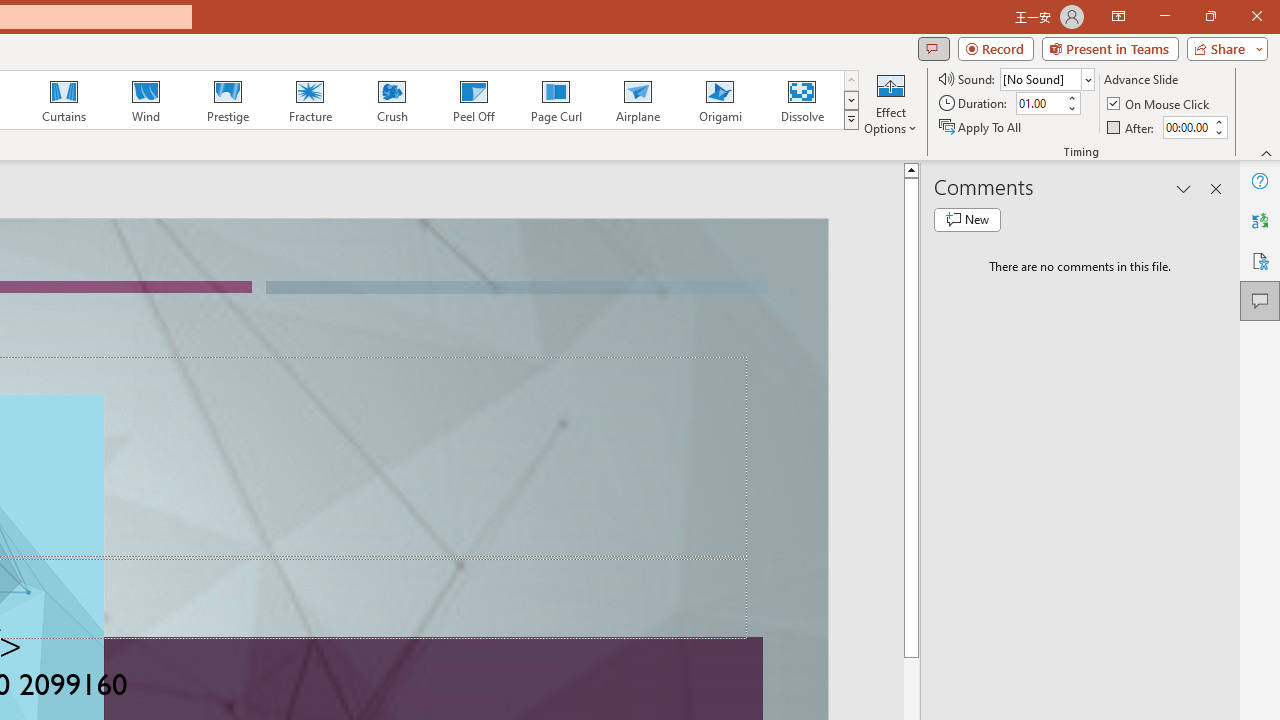 This screenshot has height=720, width=1280. Describe the element at coordinates (227, 100) in the screenshot. I see `'Prestige'` at that location.